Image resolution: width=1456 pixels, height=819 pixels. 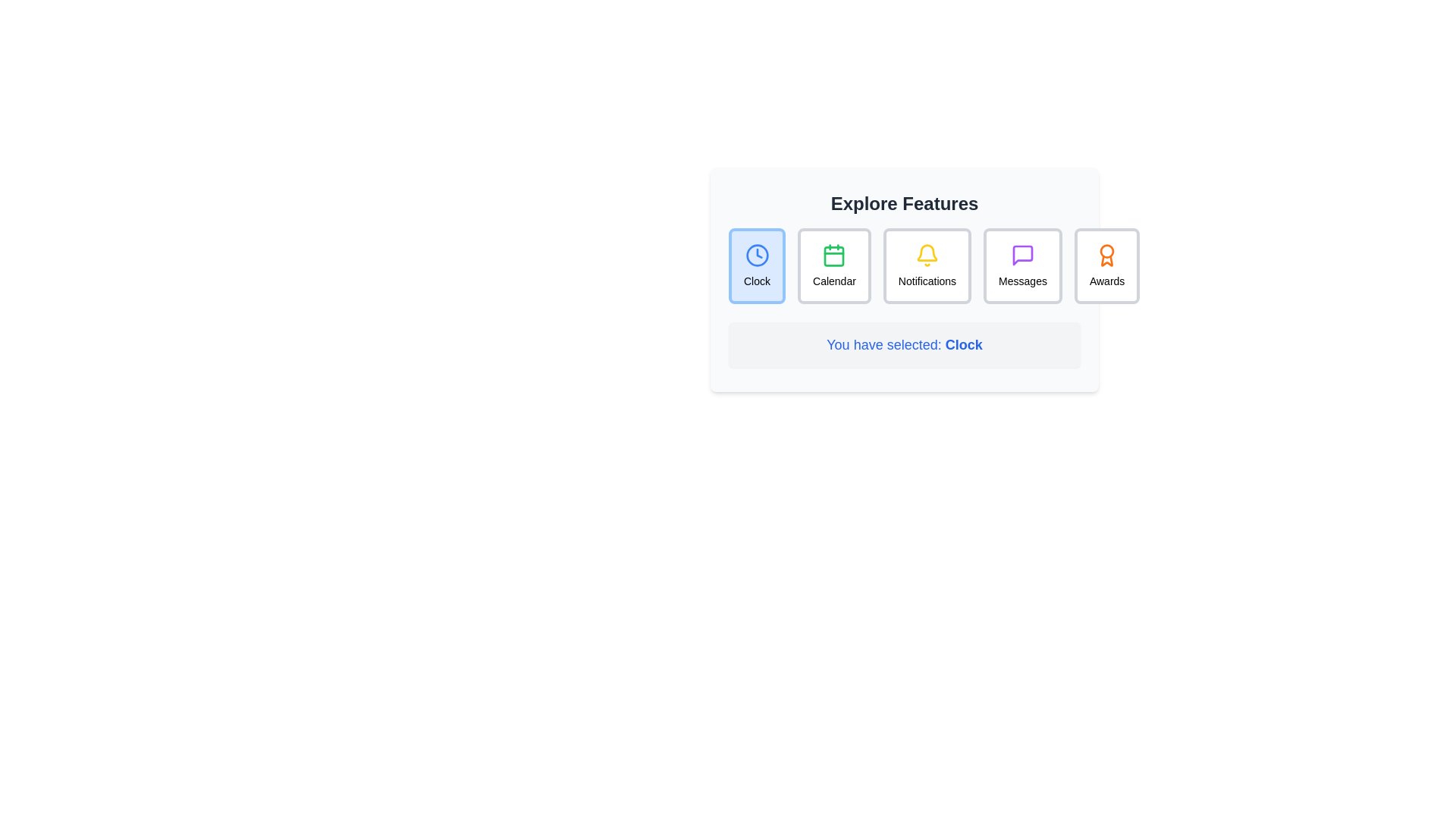 What do you see at coordinates (905, 280) in the screenshot?
I see `the button within the 'Explore Features' card` at bounding box center [905, 280].